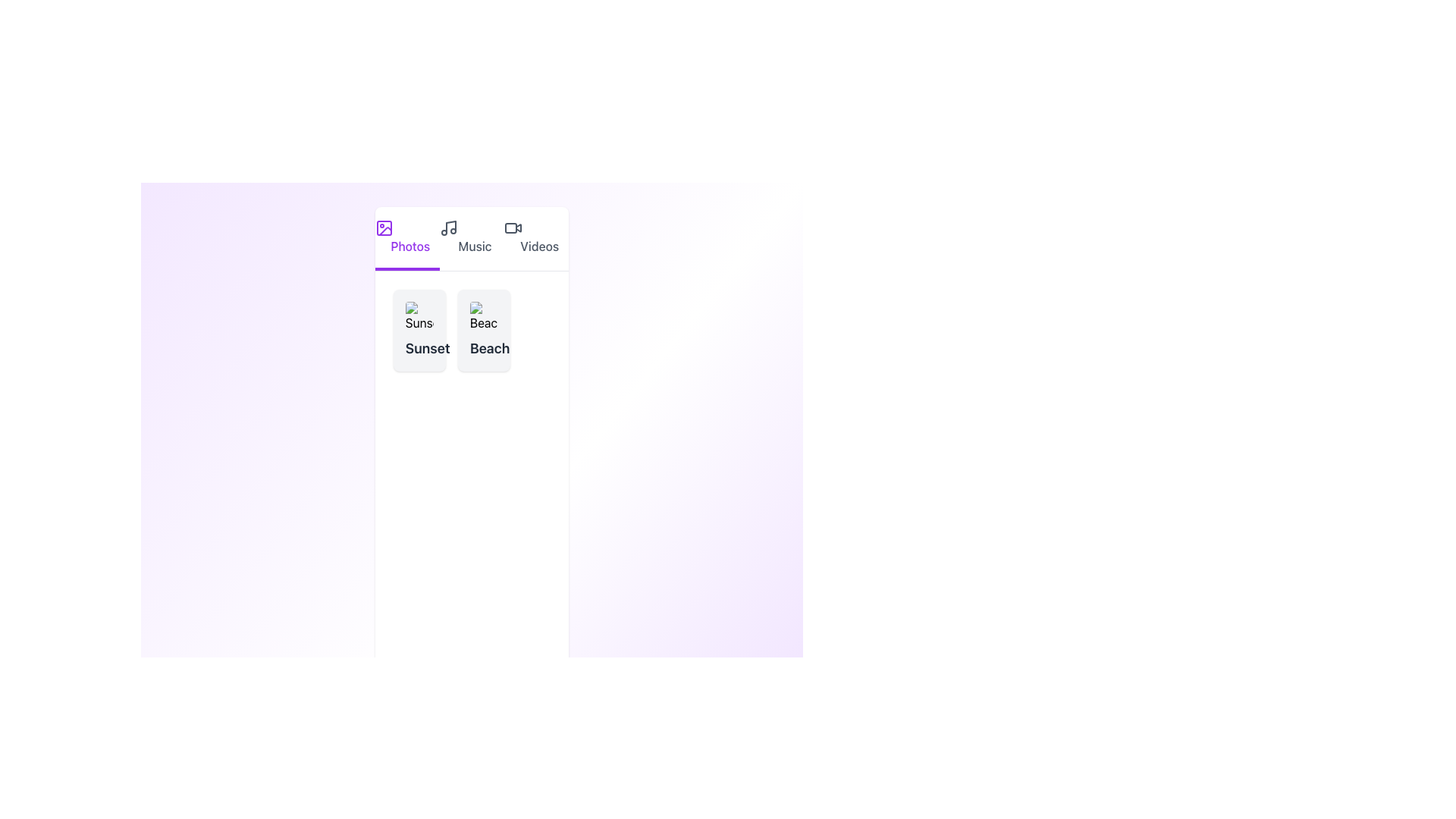 The height and width of the screenshot is (819, 1456). Describe the element at coordinates (471, 239) in the screenshot. I see `the navigation button that directs users to the 'Music' section in the horizontal menu, positioned between 'Photos' and 'Videos'` at that location.